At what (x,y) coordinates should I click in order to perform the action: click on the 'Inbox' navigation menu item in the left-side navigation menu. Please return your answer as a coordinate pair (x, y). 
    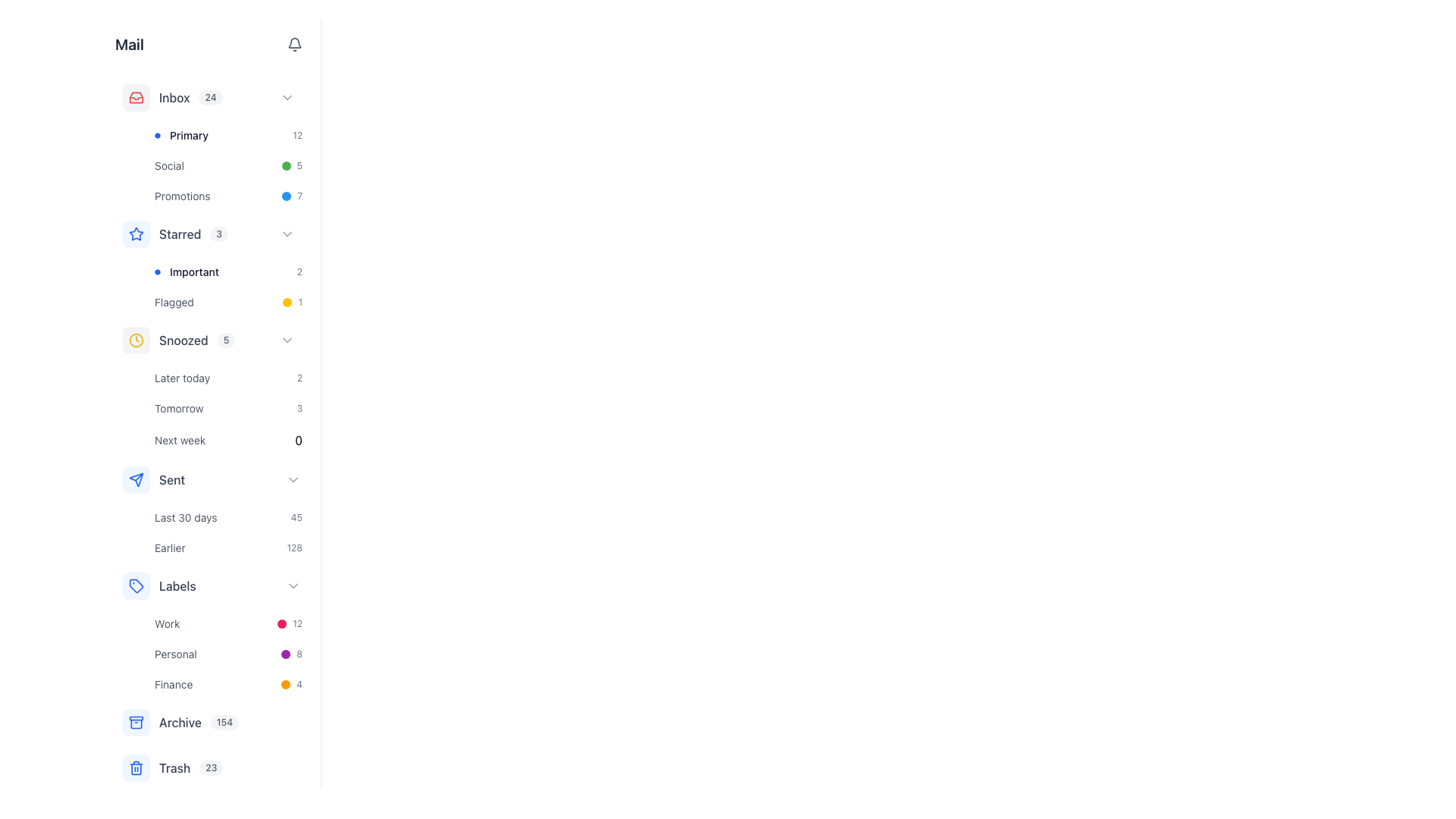
    Looking at the image, I should click on (172, 97).